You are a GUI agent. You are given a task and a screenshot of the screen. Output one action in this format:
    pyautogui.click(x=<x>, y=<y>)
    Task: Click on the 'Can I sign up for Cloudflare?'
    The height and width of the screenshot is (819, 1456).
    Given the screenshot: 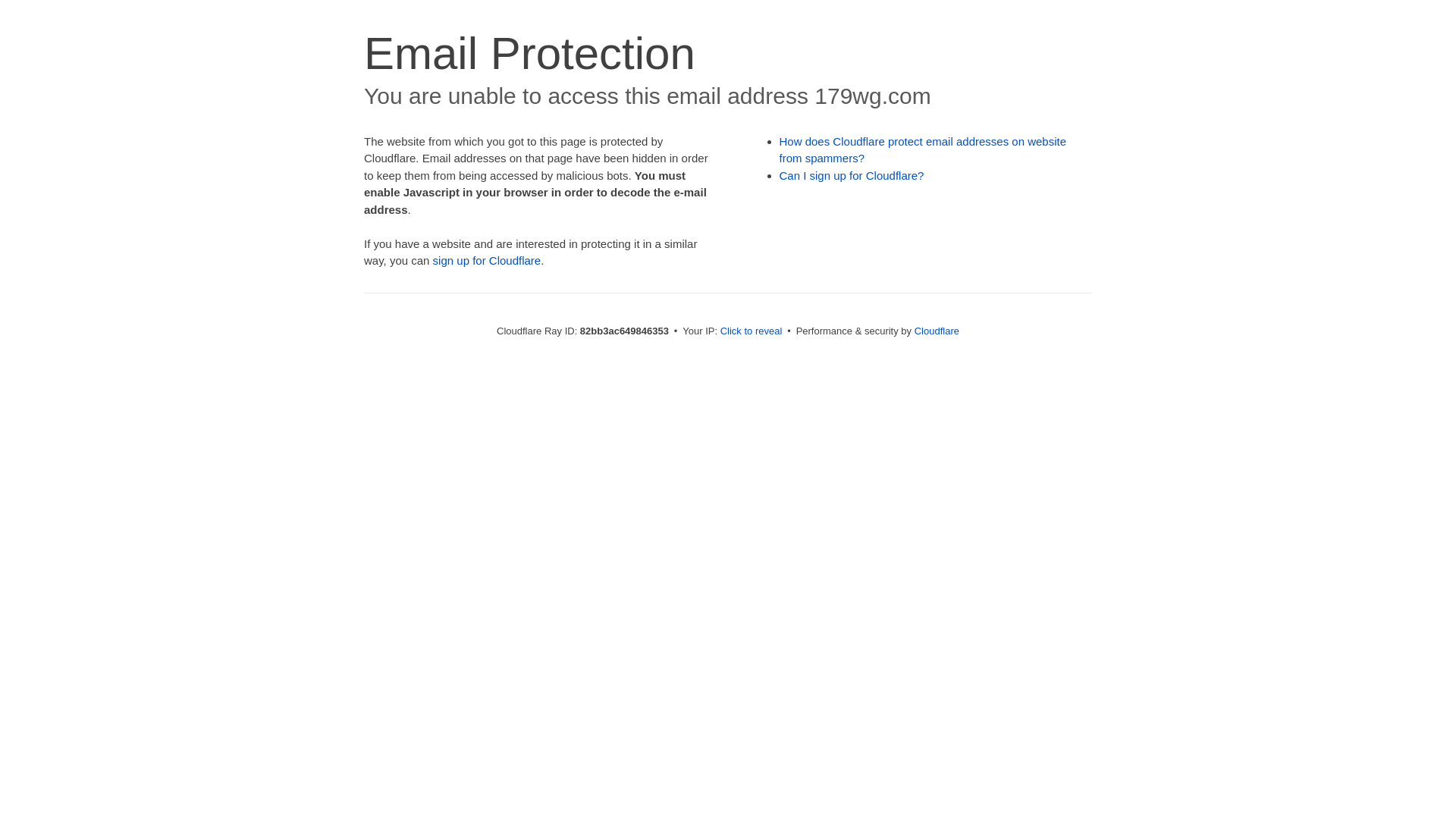 What is the action you would take?
    pyautogui.click(x=852, y=174)
    